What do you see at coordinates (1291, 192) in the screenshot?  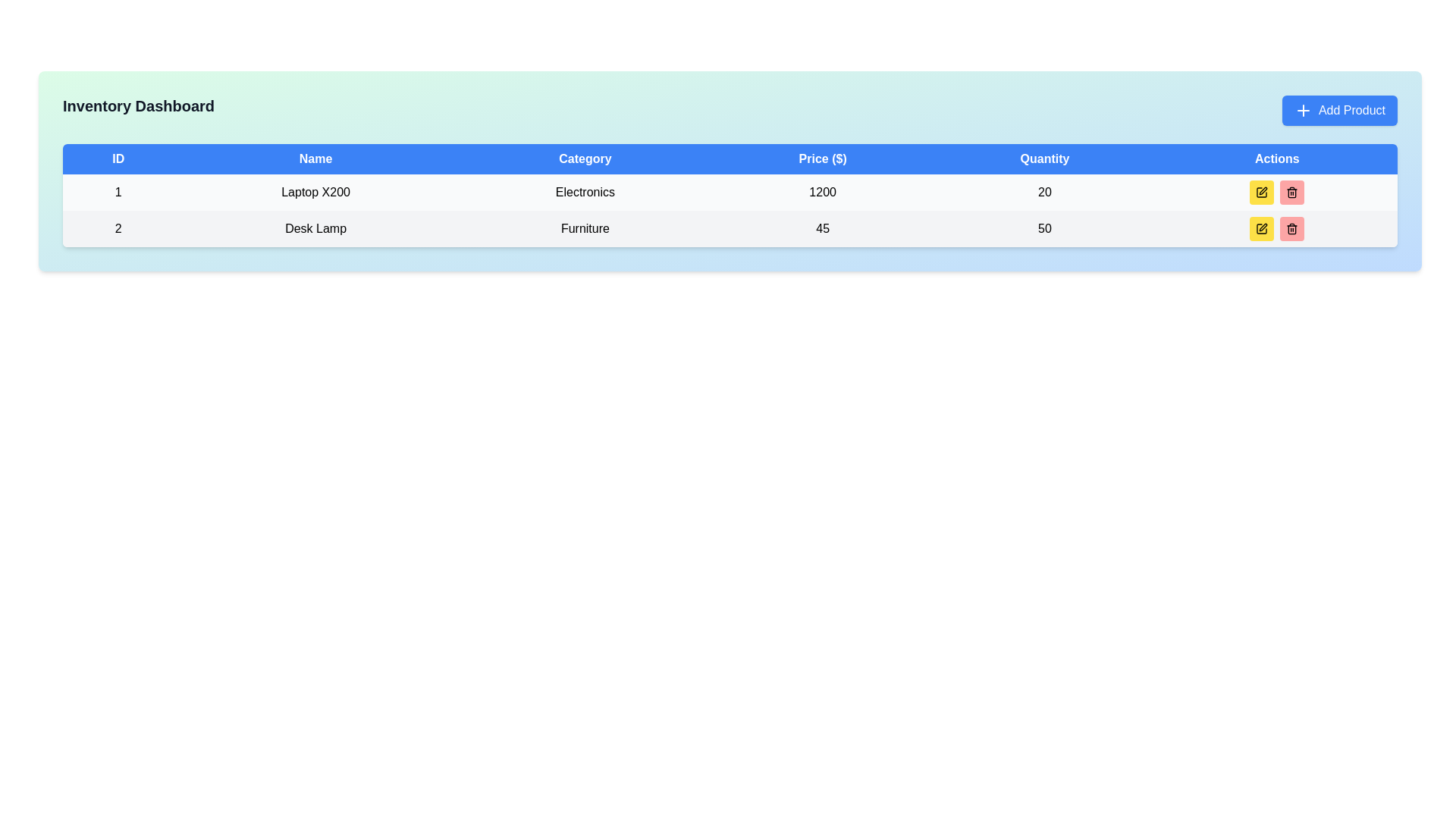 I see `the trash bin icon button with a red background located in the 'Actions' column of the second row` at bounding box center [1291, 192].